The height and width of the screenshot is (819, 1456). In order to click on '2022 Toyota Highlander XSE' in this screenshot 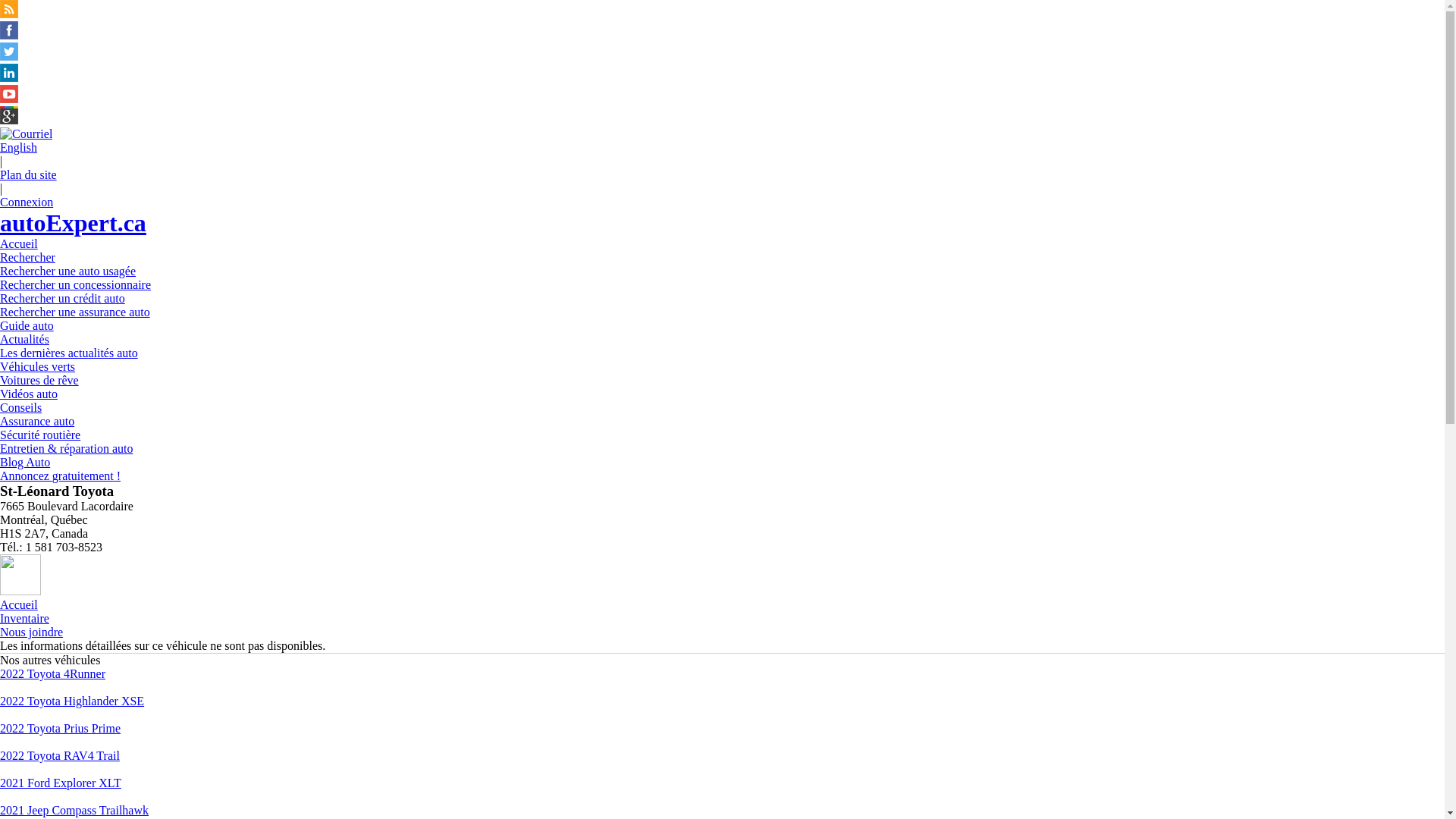, I will do `click(71, 701)`.